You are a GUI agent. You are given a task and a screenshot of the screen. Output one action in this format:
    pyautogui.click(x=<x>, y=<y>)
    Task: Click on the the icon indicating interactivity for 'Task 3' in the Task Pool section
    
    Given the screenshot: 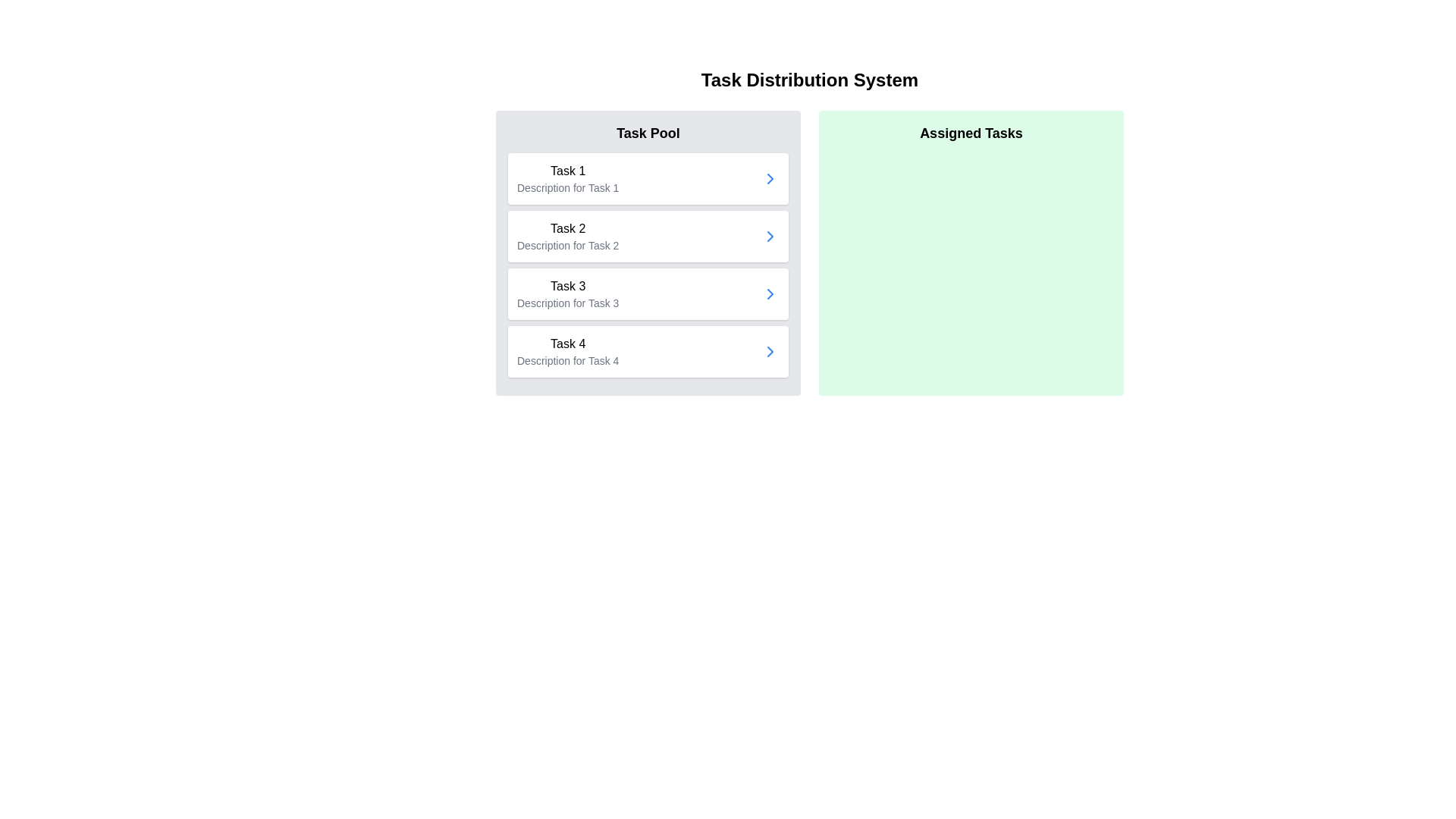 What is the action you would take?
    pyautogui.click(x=770, y=351)
    